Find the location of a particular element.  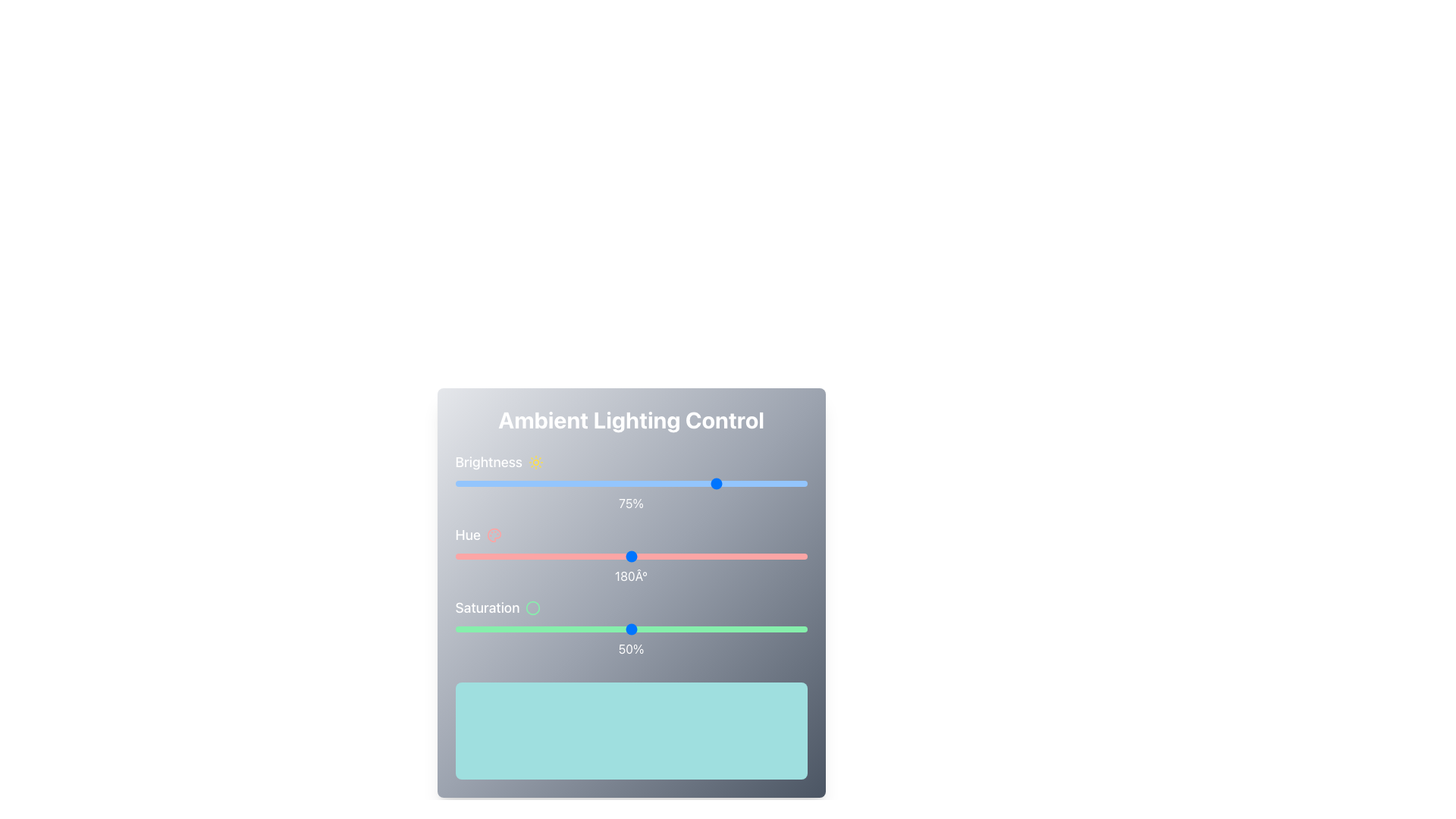

the hue value is located at coordinates (486, 556).